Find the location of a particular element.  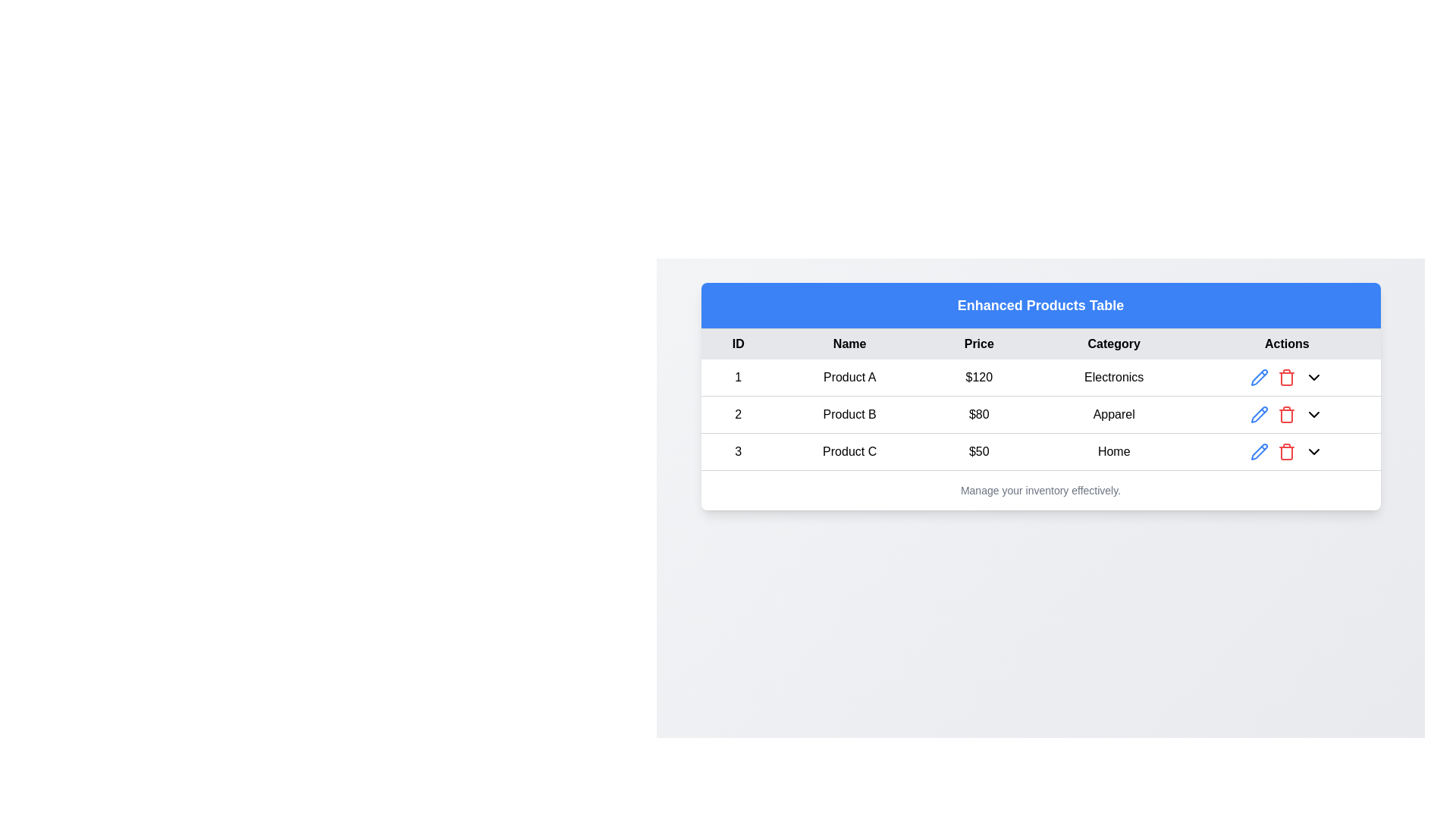

the text label that reads 'Manage your inventory effectively.', which is styled in a smaller gray font and positioned centrally below a table displaying product information is located at coordinates (1040, 491).